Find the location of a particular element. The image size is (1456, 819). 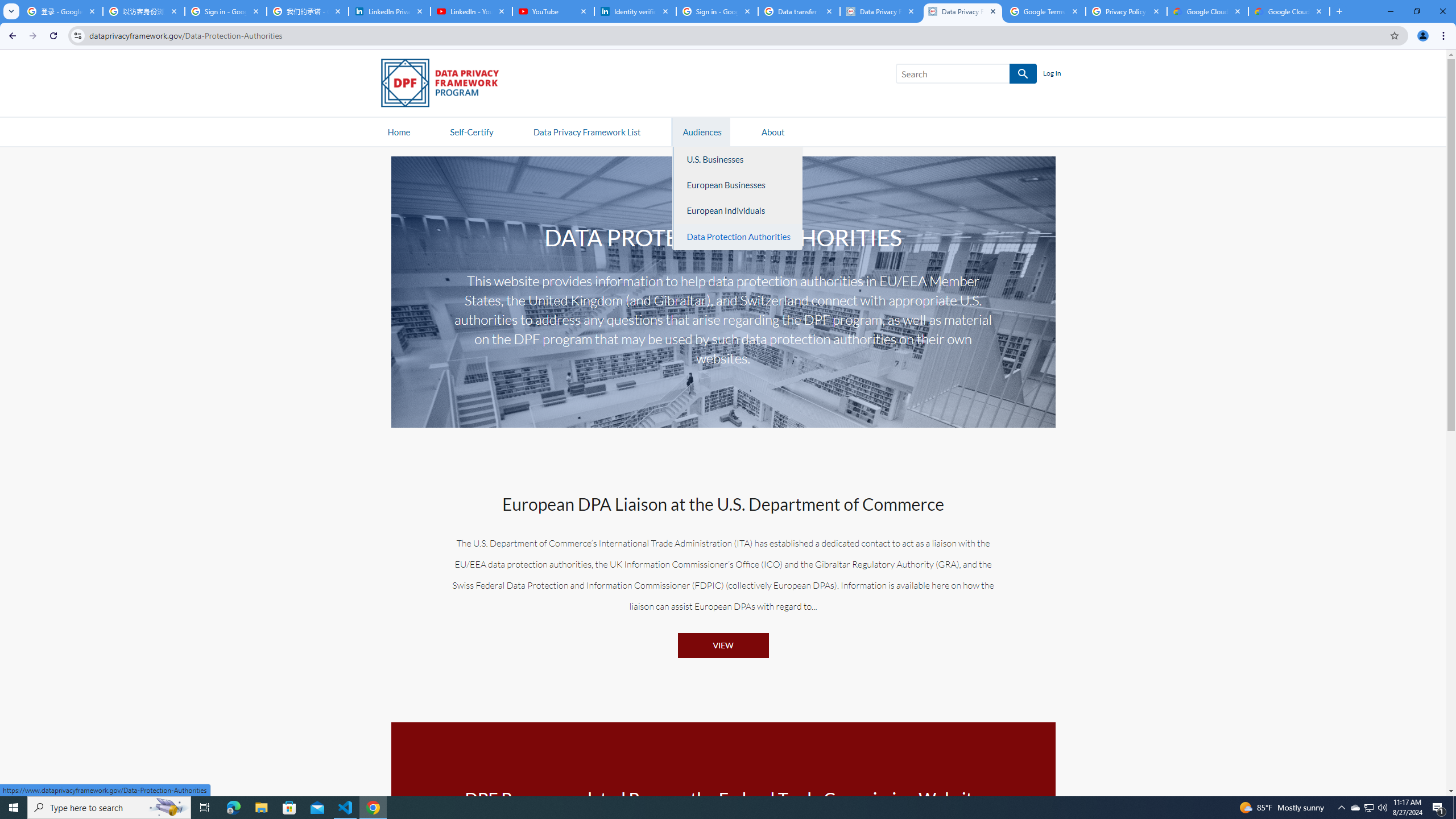

'YouTube' is located at coordinates (552, 11).